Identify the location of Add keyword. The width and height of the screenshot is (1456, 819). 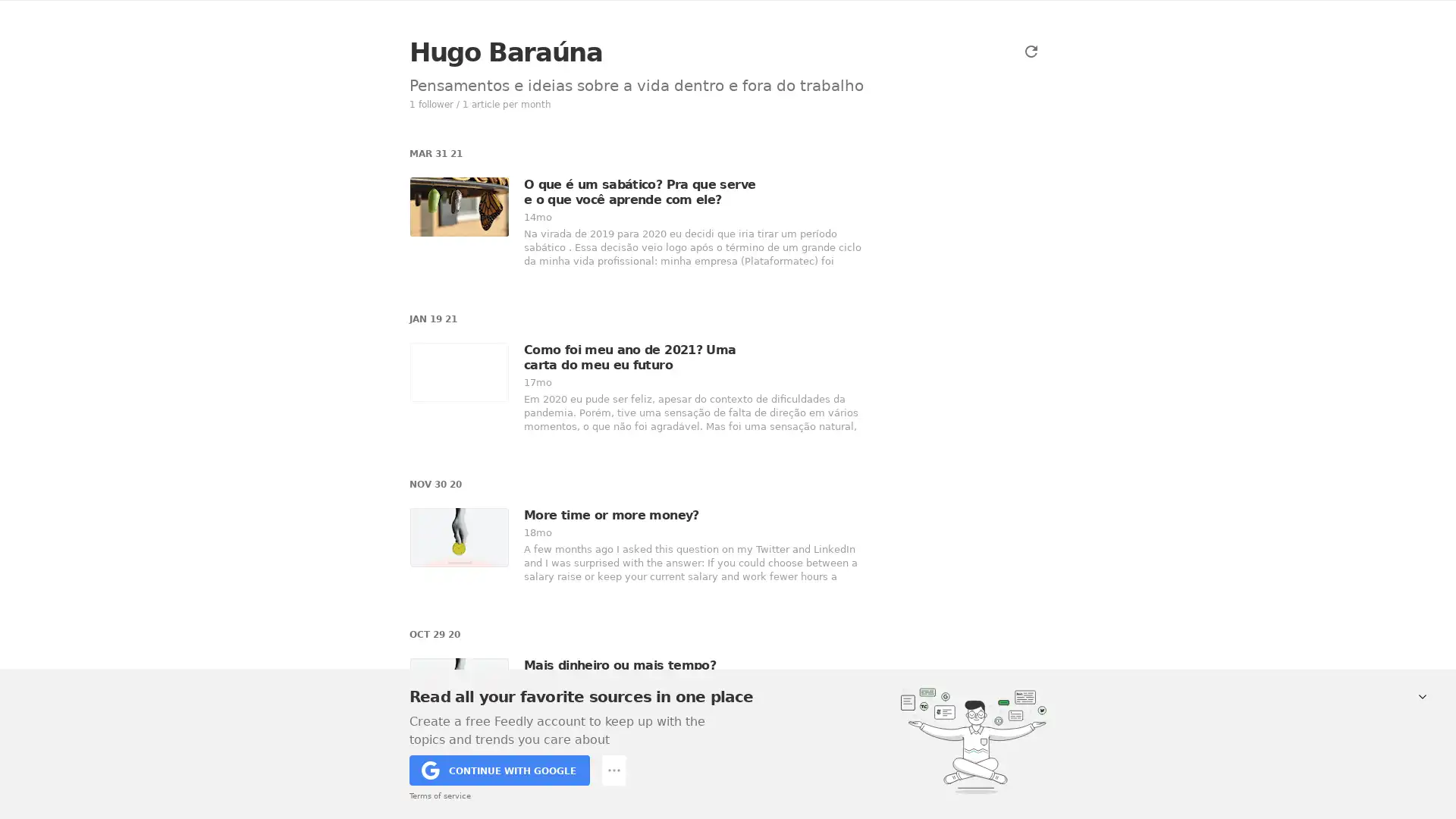
(614, 770).